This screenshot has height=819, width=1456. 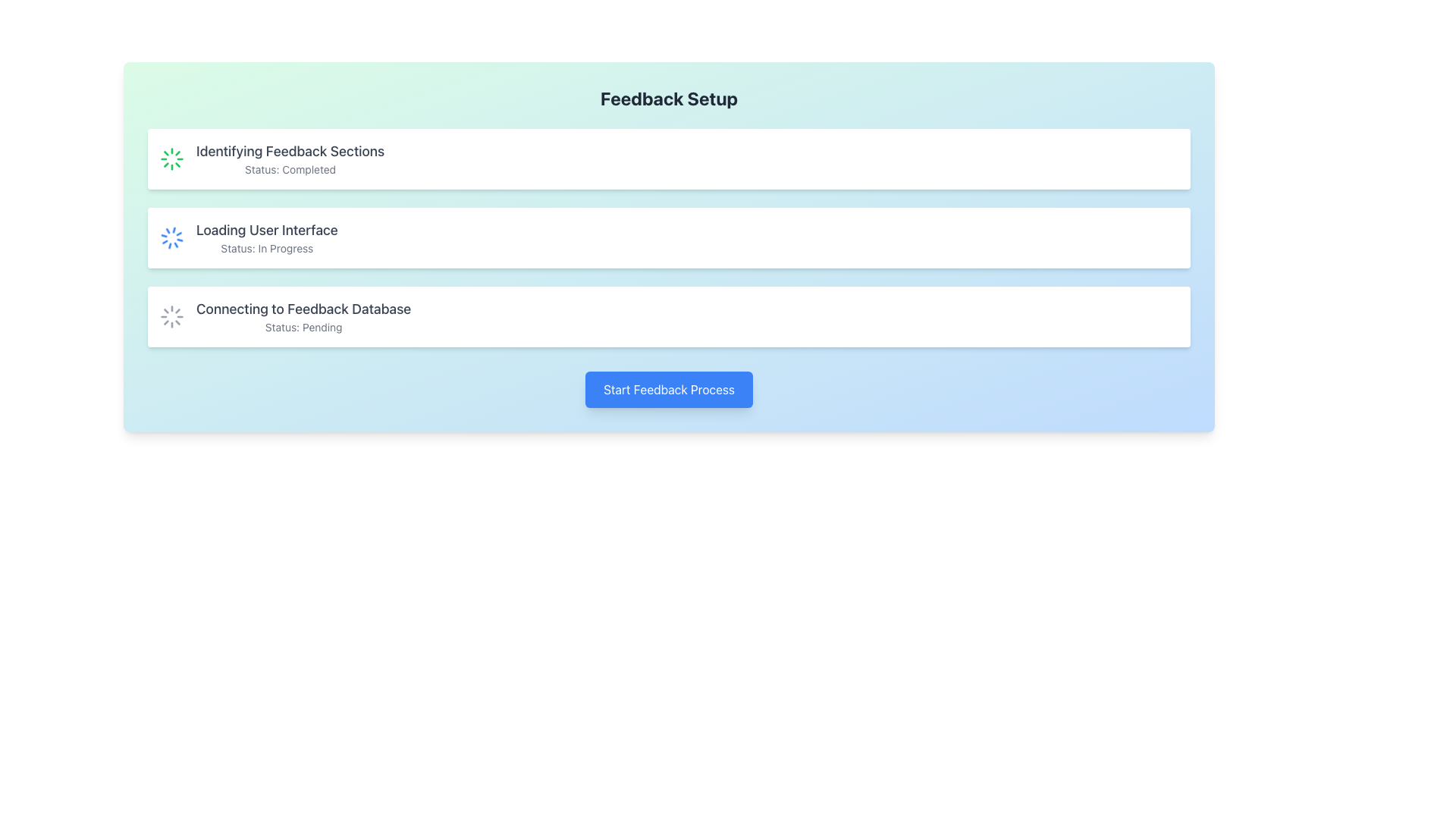 What do you see at coordinates (290, 152) in the screenshot?
I see `the title or description text for the task 'Identifying Feedback Sections', which is positioned at the top of the feedback tasks list` at bounding box center [290, 152].